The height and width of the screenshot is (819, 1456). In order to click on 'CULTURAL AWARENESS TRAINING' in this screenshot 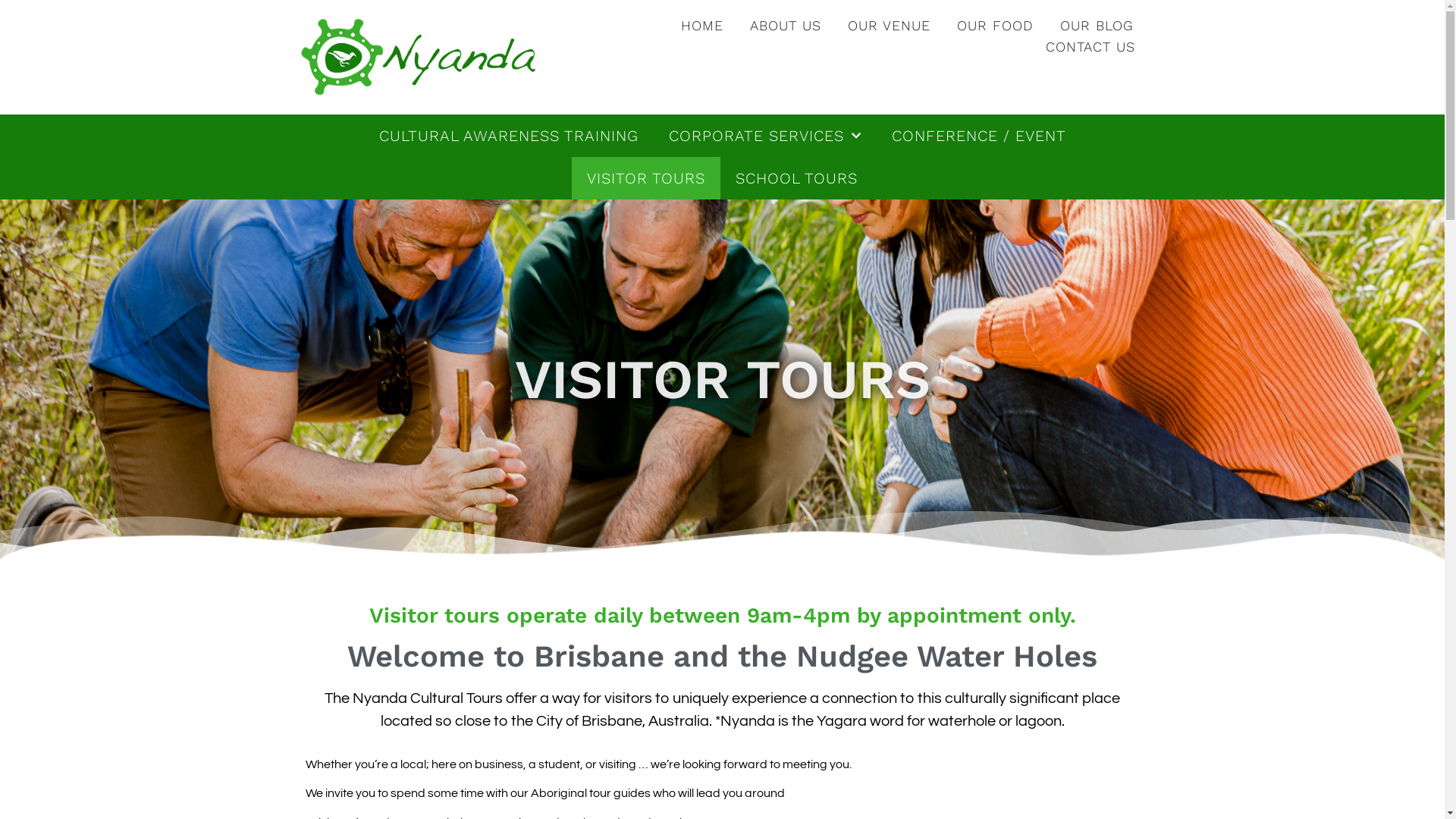, I will do `click(509, 134)`.